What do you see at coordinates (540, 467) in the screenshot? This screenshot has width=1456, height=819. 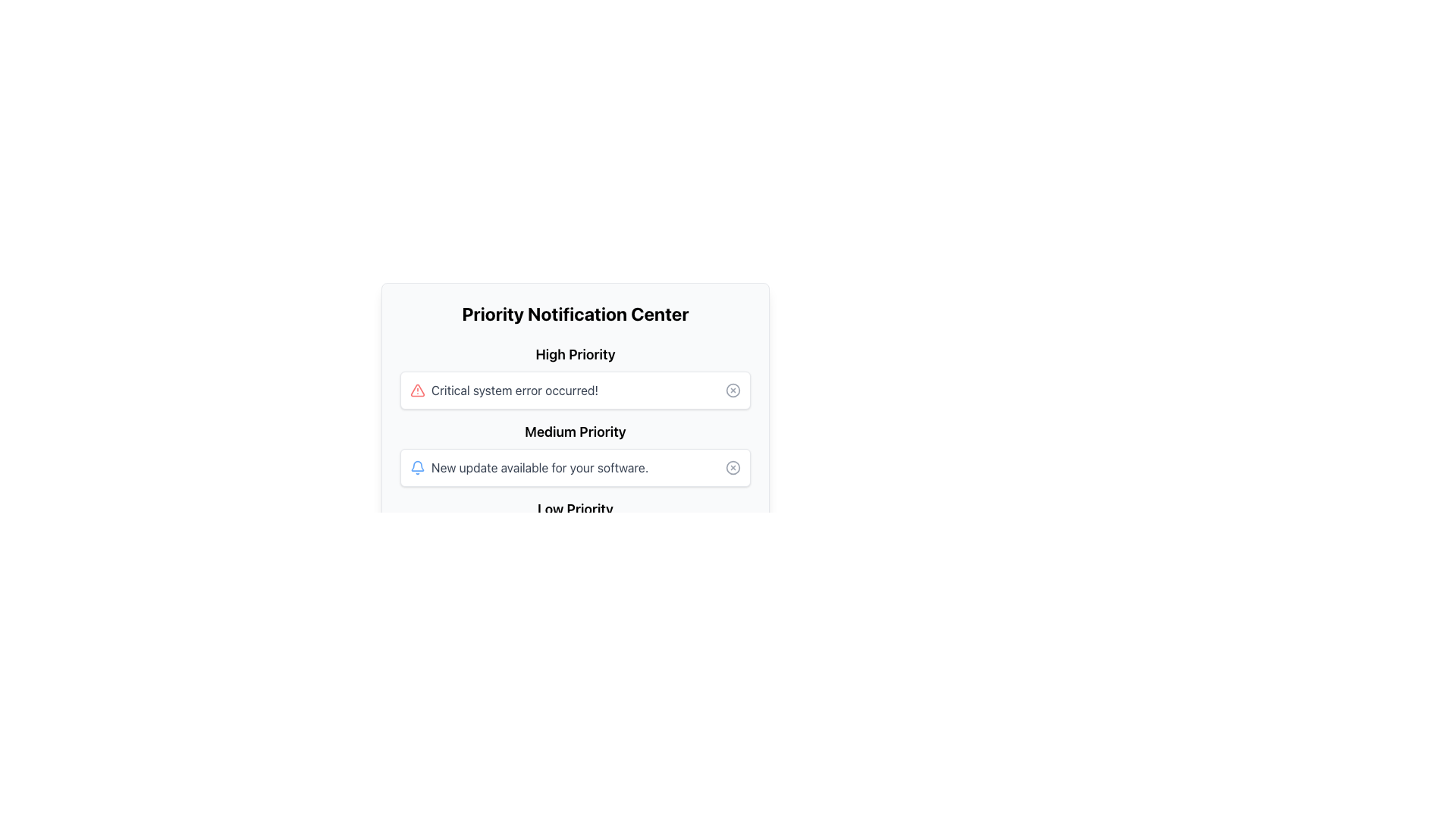 I see `the notification message indicating the availability of a software update in the 'Medium Priority' section of the 'Priority Notification Center'` at bounding box center [540, 467].